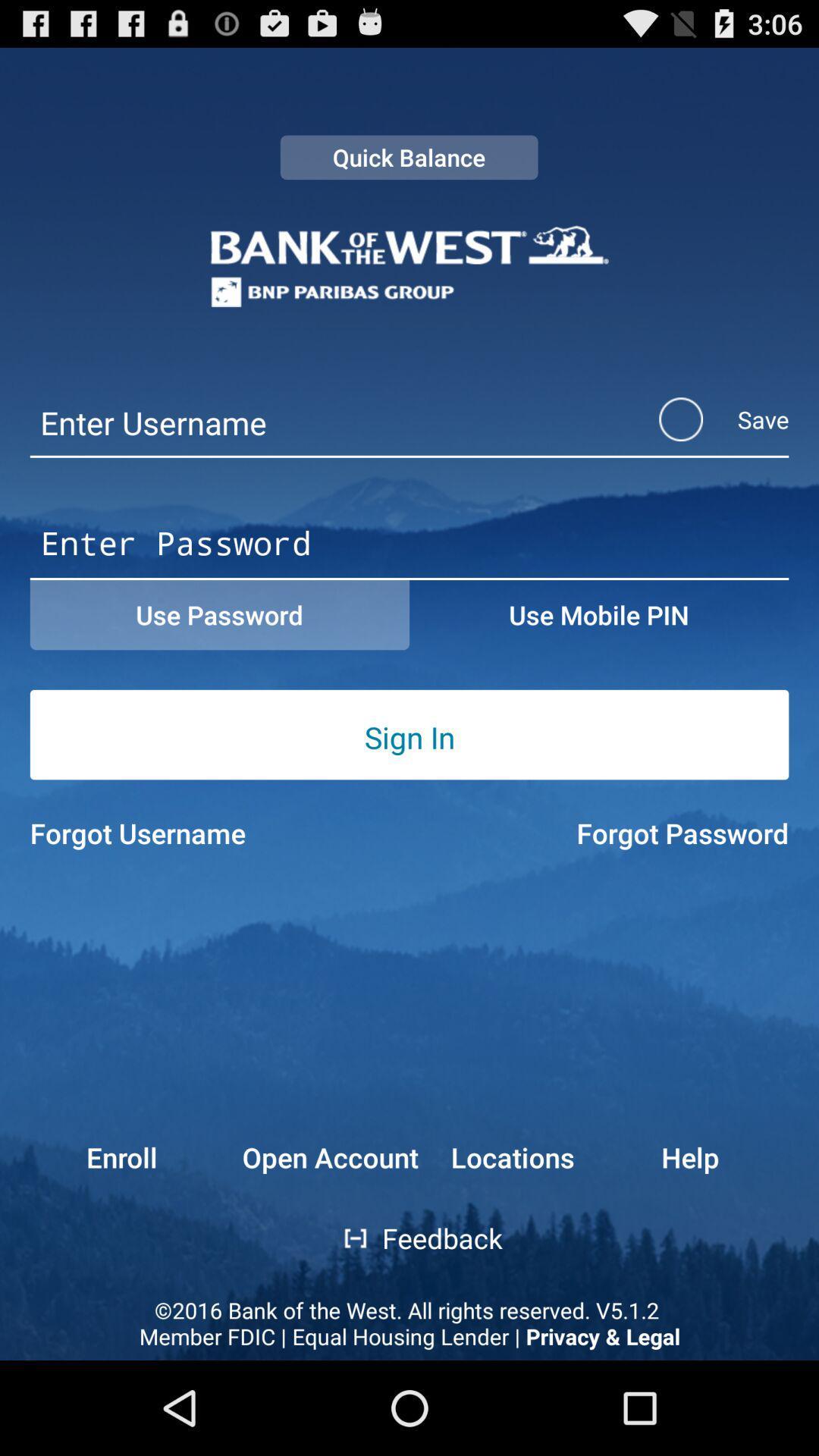 The width and height of the screenshot is (819, 1456). What do you see at coordinates (512, 1156) in the screenshot?
I see `button next to the help button` at bounding box center [512, 1156].